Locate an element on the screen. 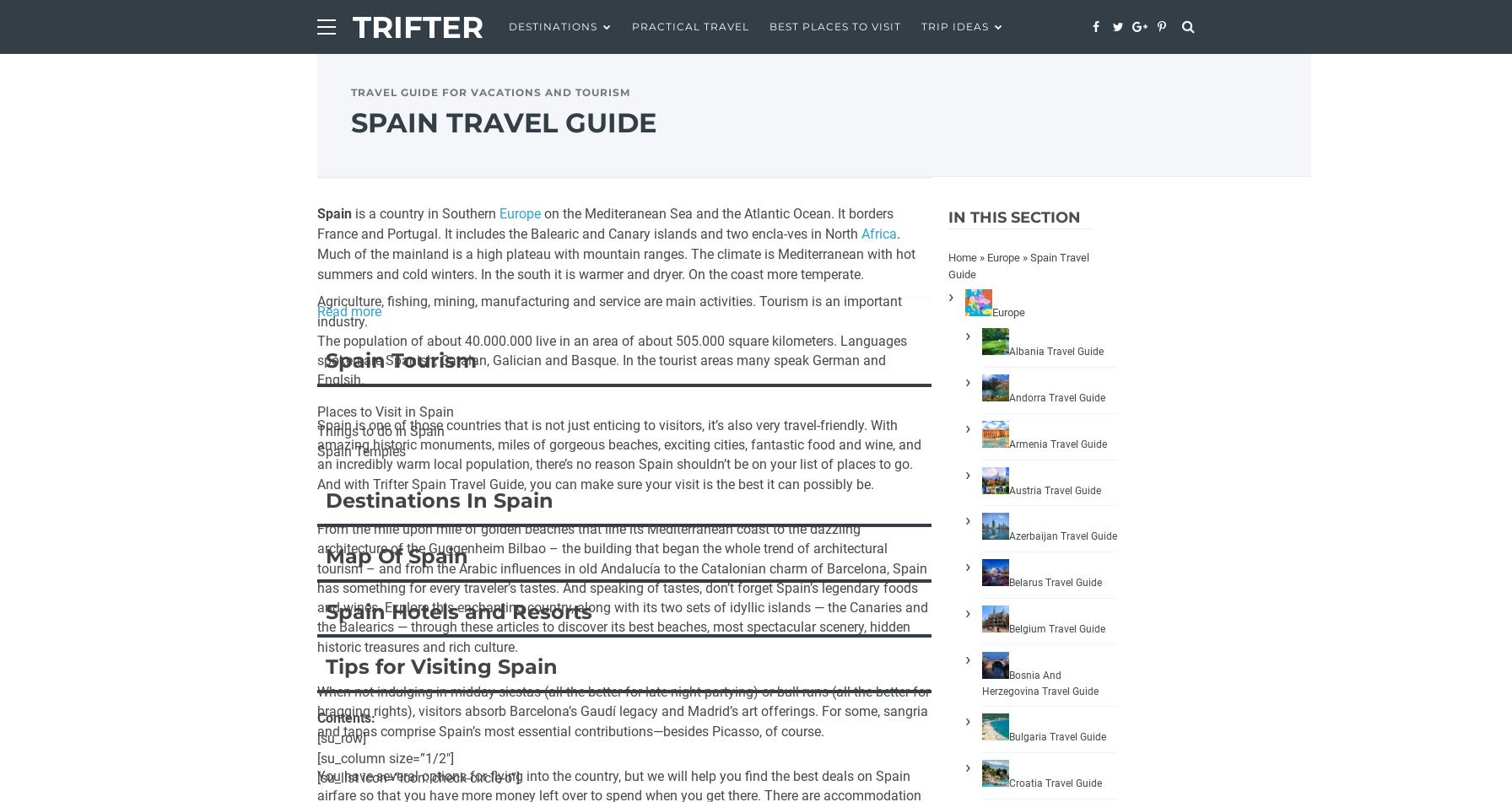 The image size is (1512, 802). 'Albania Travel Guide' is located at coordinates (1056, 351).